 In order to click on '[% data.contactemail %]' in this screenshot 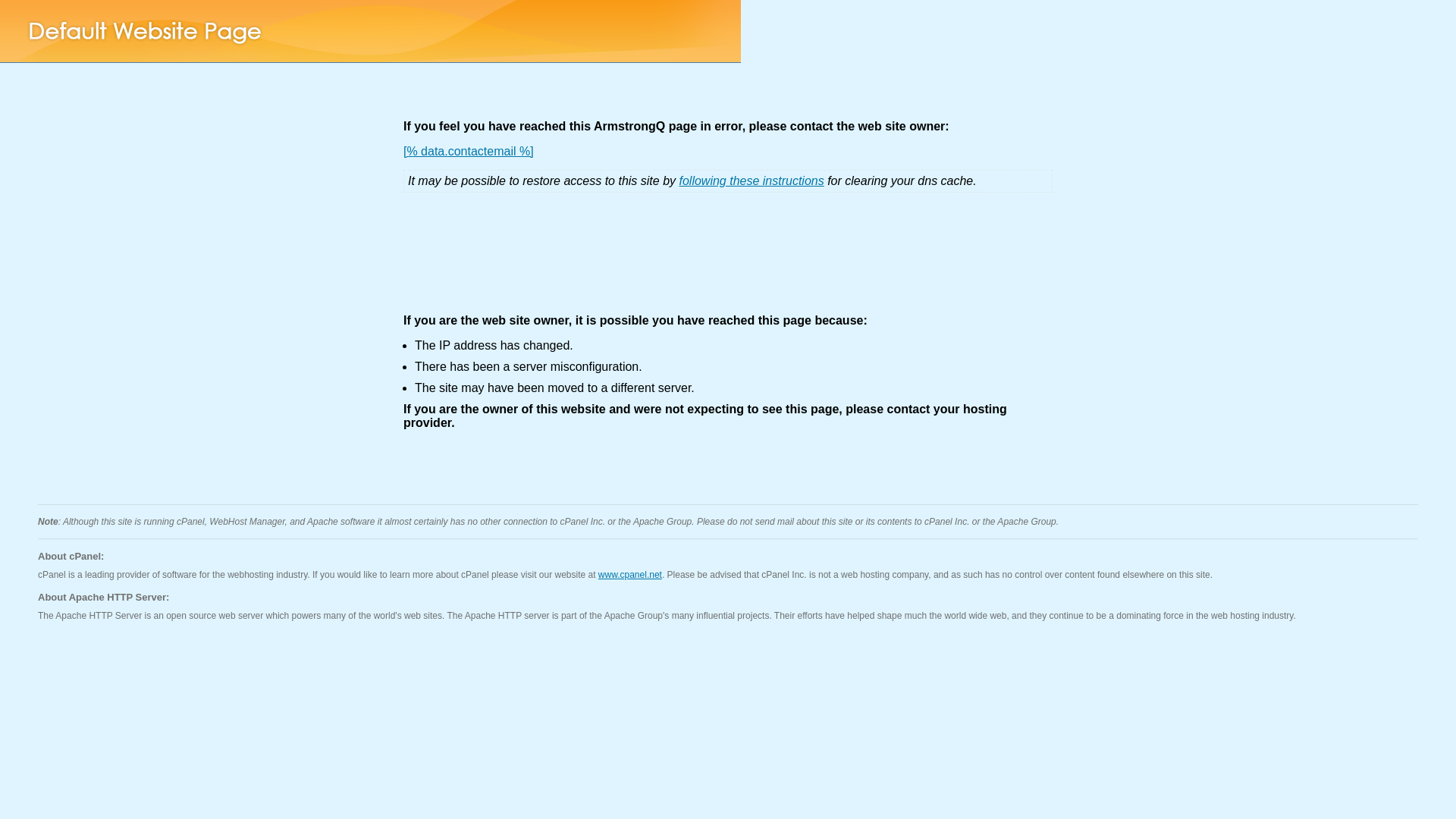, I will do `click(468, 151)`.